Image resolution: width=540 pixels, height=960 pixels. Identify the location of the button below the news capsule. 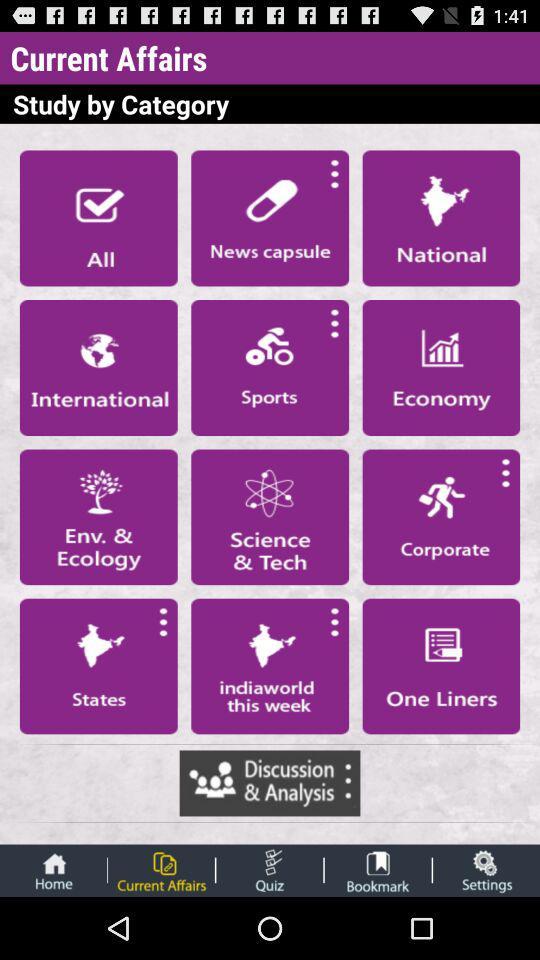
(270, 366).